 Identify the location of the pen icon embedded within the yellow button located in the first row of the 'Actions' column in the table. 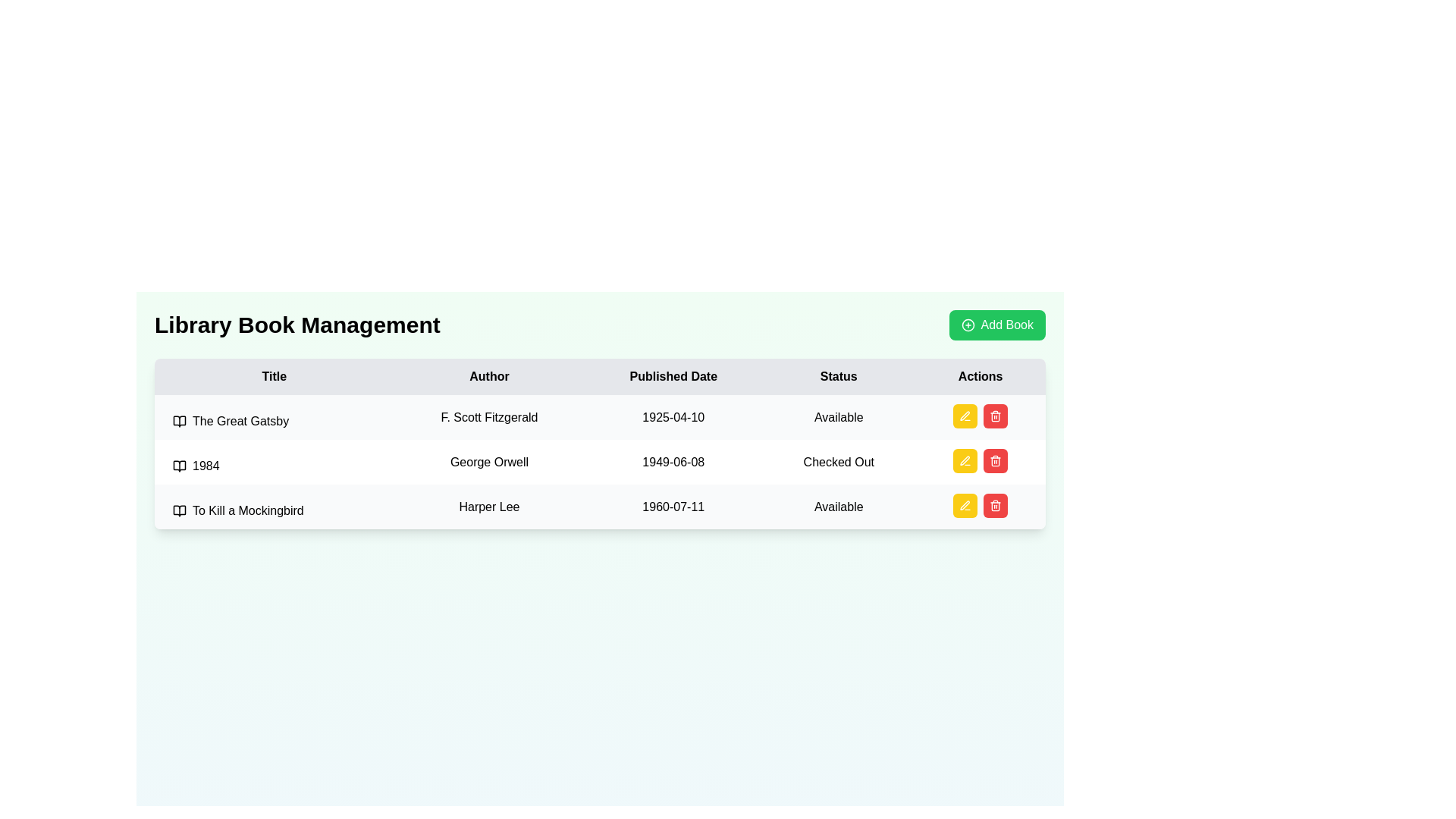
(965, 416).